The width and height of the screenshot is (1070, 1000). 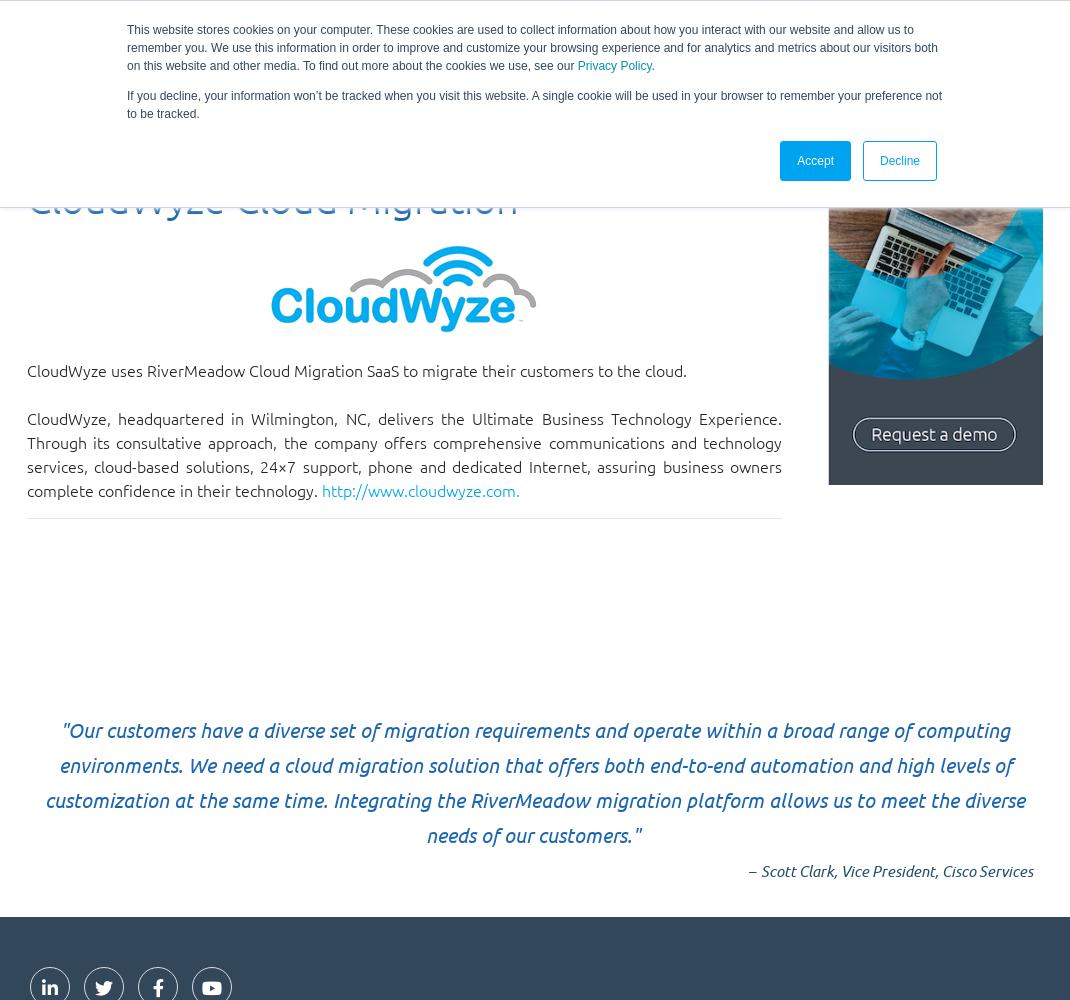 I want to click on 'CloudWyze uses RiverMeadow Cloud Migration SaaS to migrate their customers to the cloud.', so click(x=355, y=369).